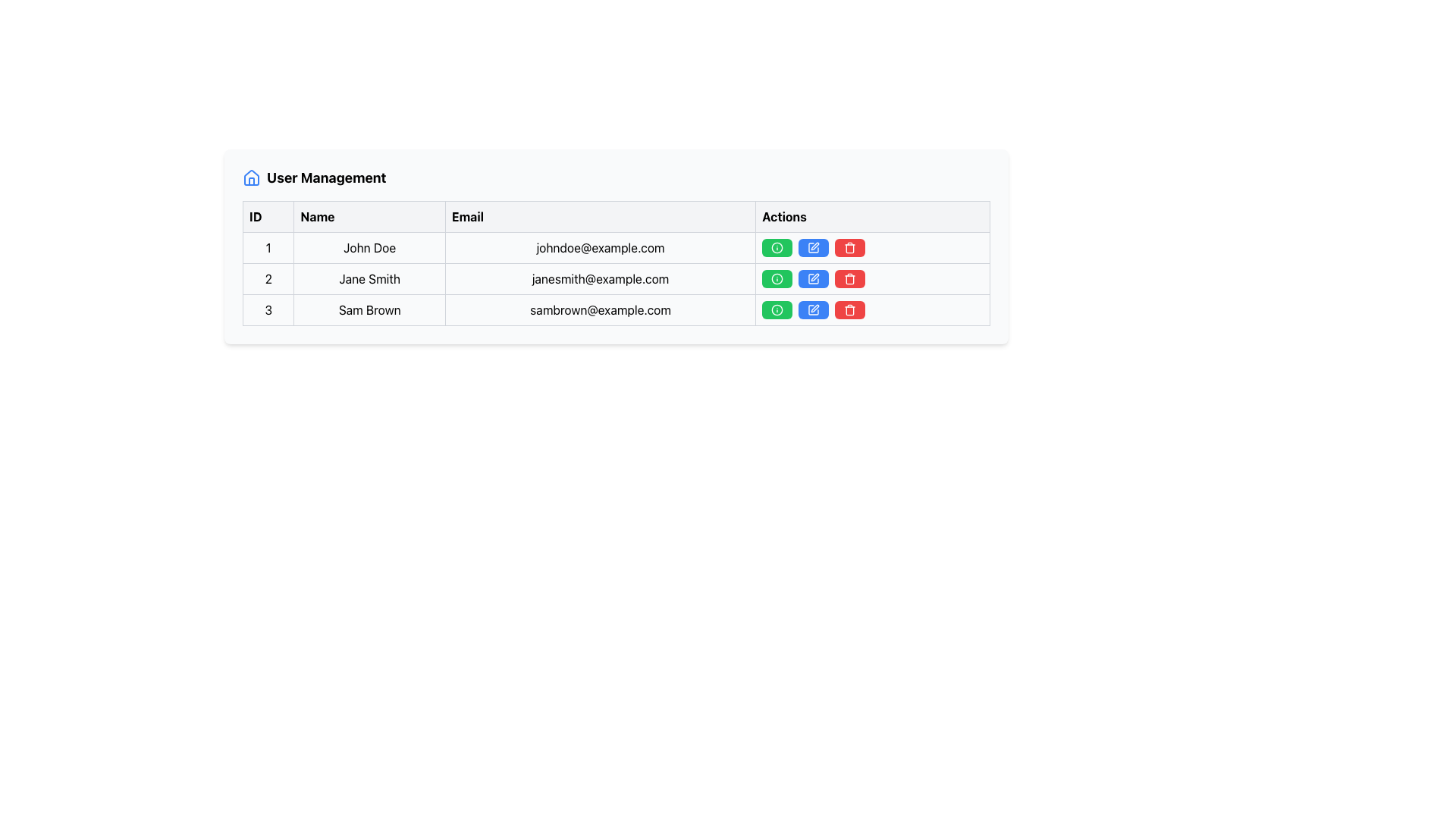 Image resolution: width=1456 pixels, height=819 pixels. I want to click on the red circular icon button with a white trashcan glyph located in the third row under the 'Actions' column, so click(850, 278).